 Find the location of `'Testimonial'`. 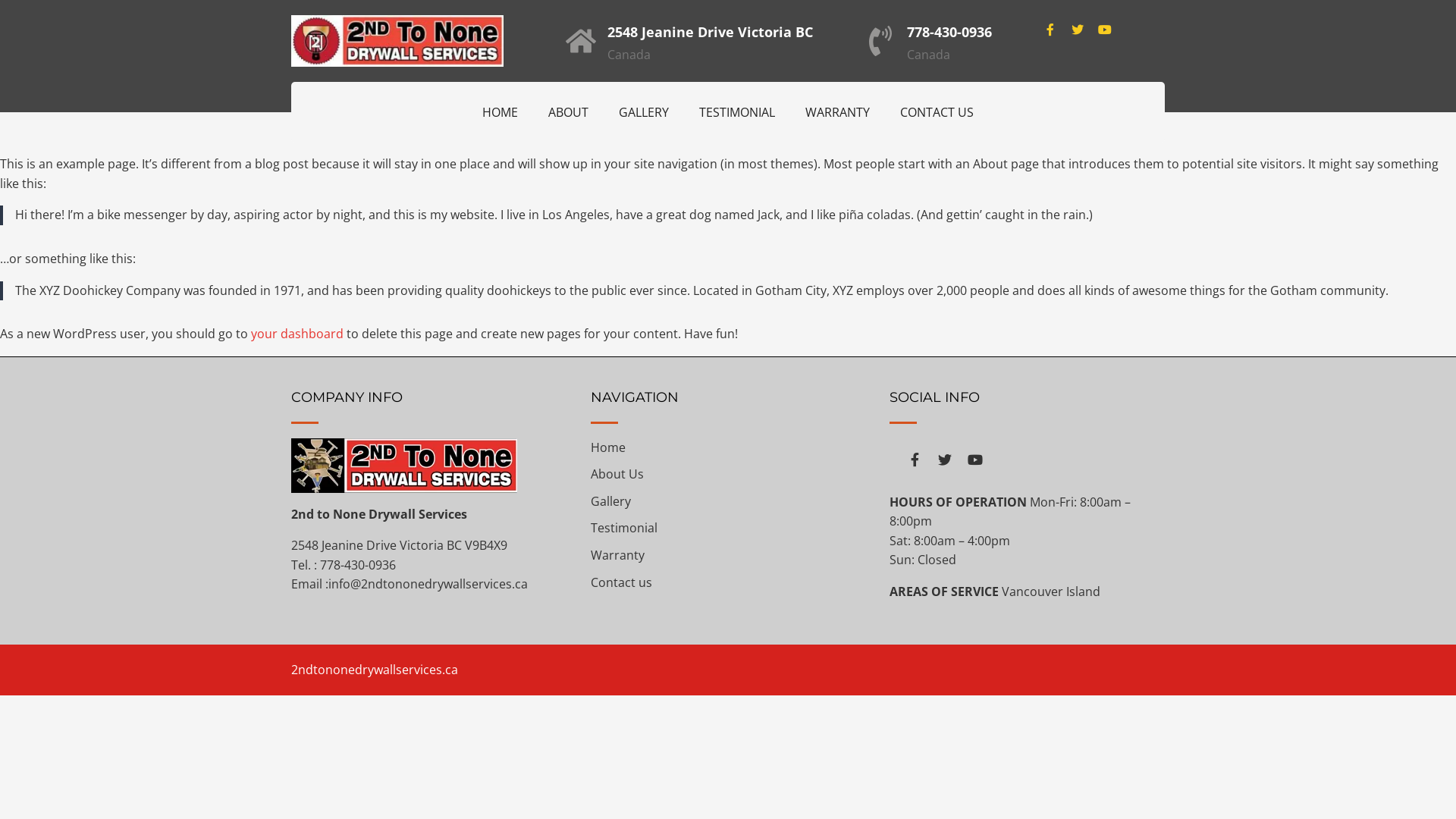

'Testimonial' is located at coordinates (623, 526).